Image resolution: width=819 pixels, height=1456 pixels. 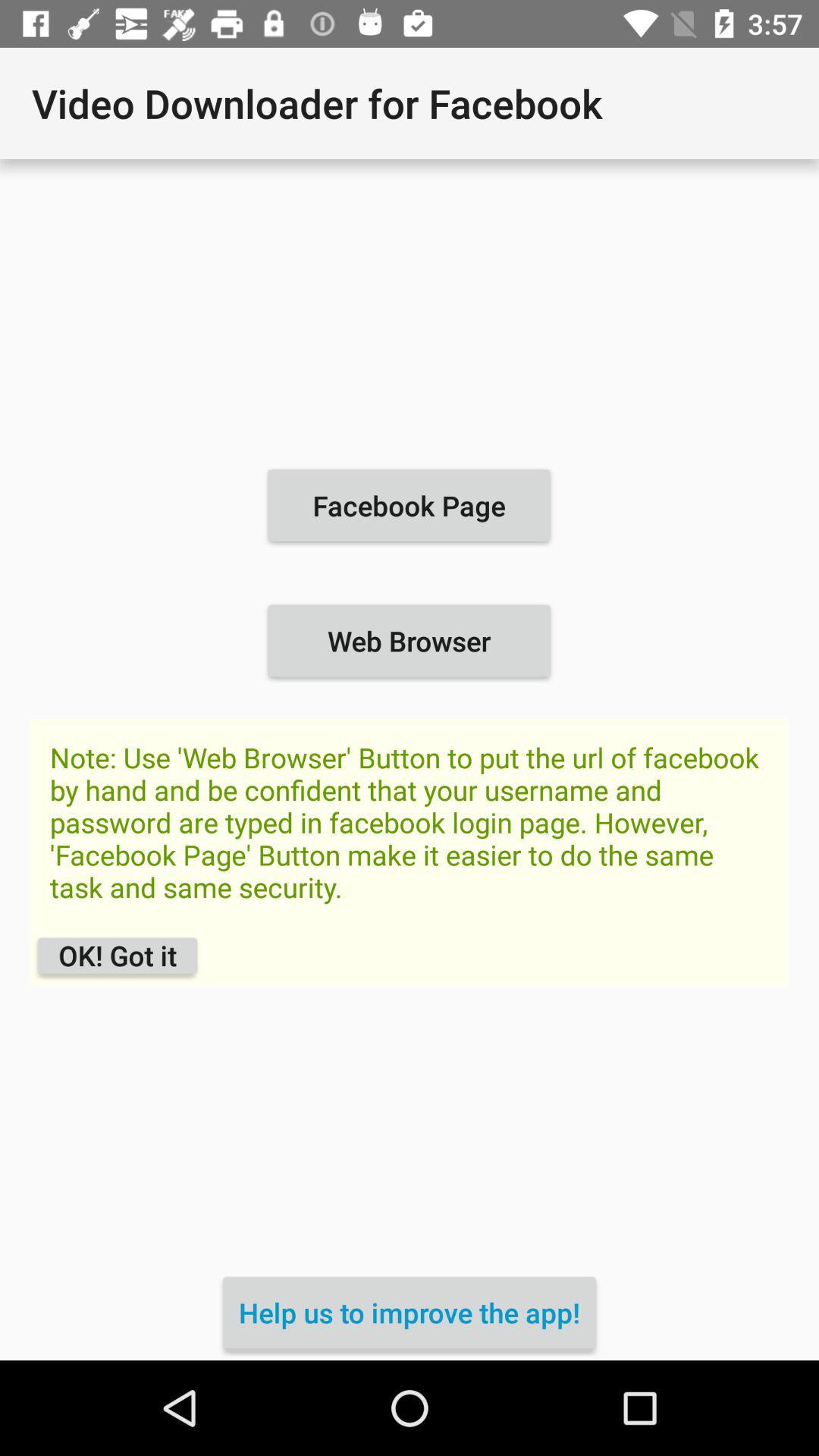 I want to click on item below the note use web item, so click(x=117, y=955).